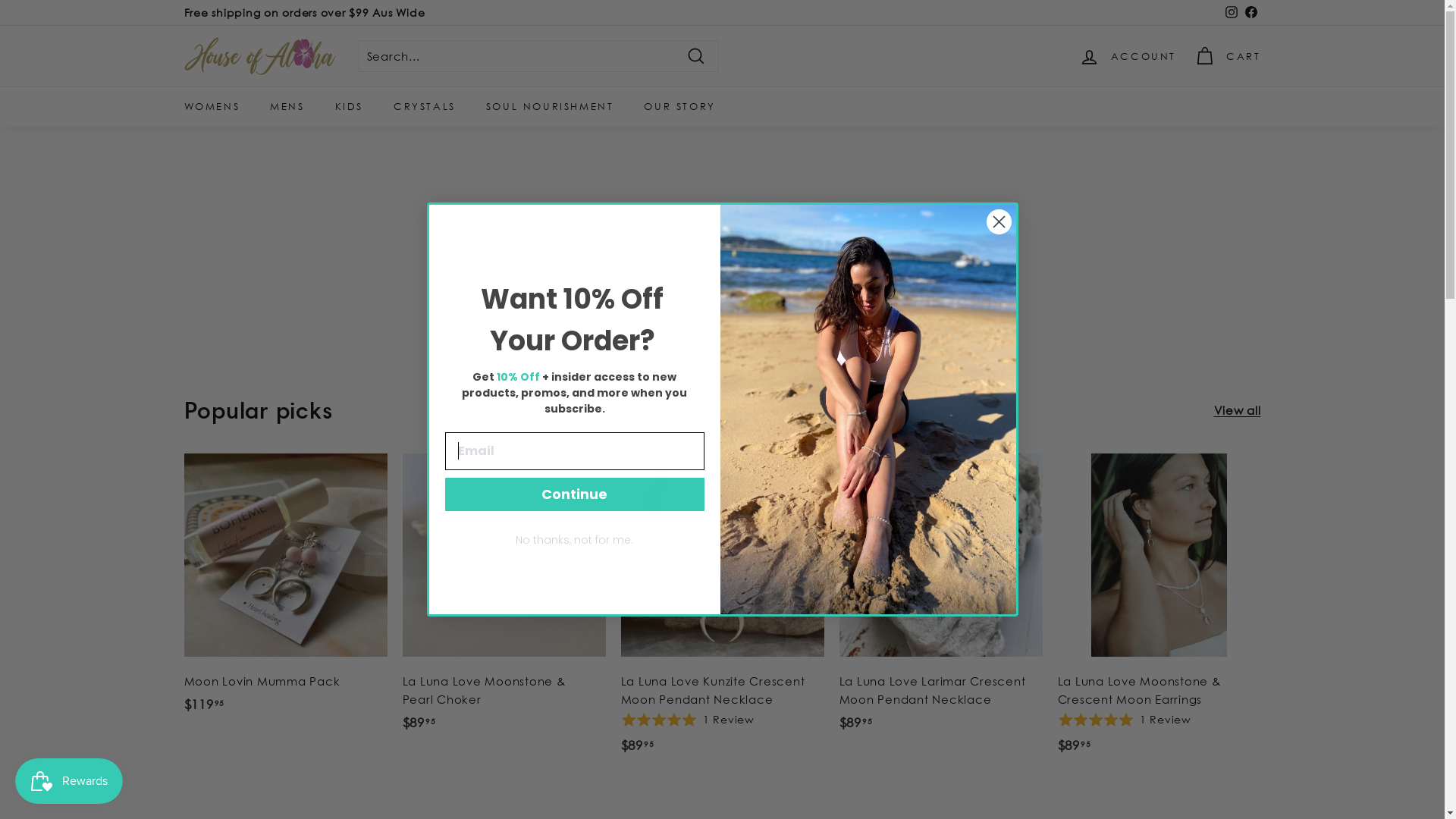  What do you see at coordinates (1230, 12) in the screenshot?
I see `'Instagram'` at bounding box center [1230, 12].